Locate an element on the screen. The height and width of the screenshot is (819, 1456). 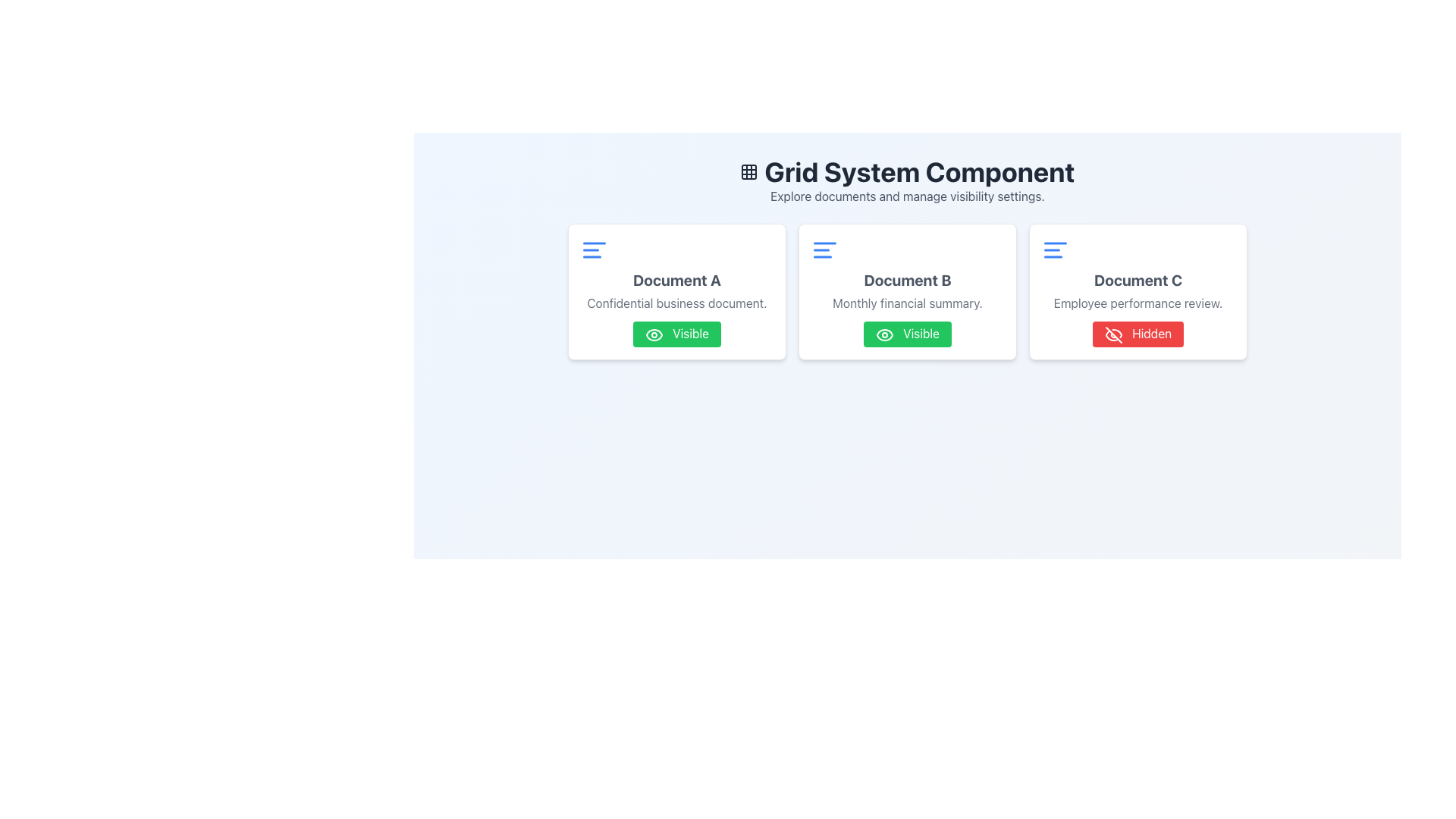
the icon resembling a stack of horizontal lines, styled with blue color, located is located at coordinates (1055, 249).